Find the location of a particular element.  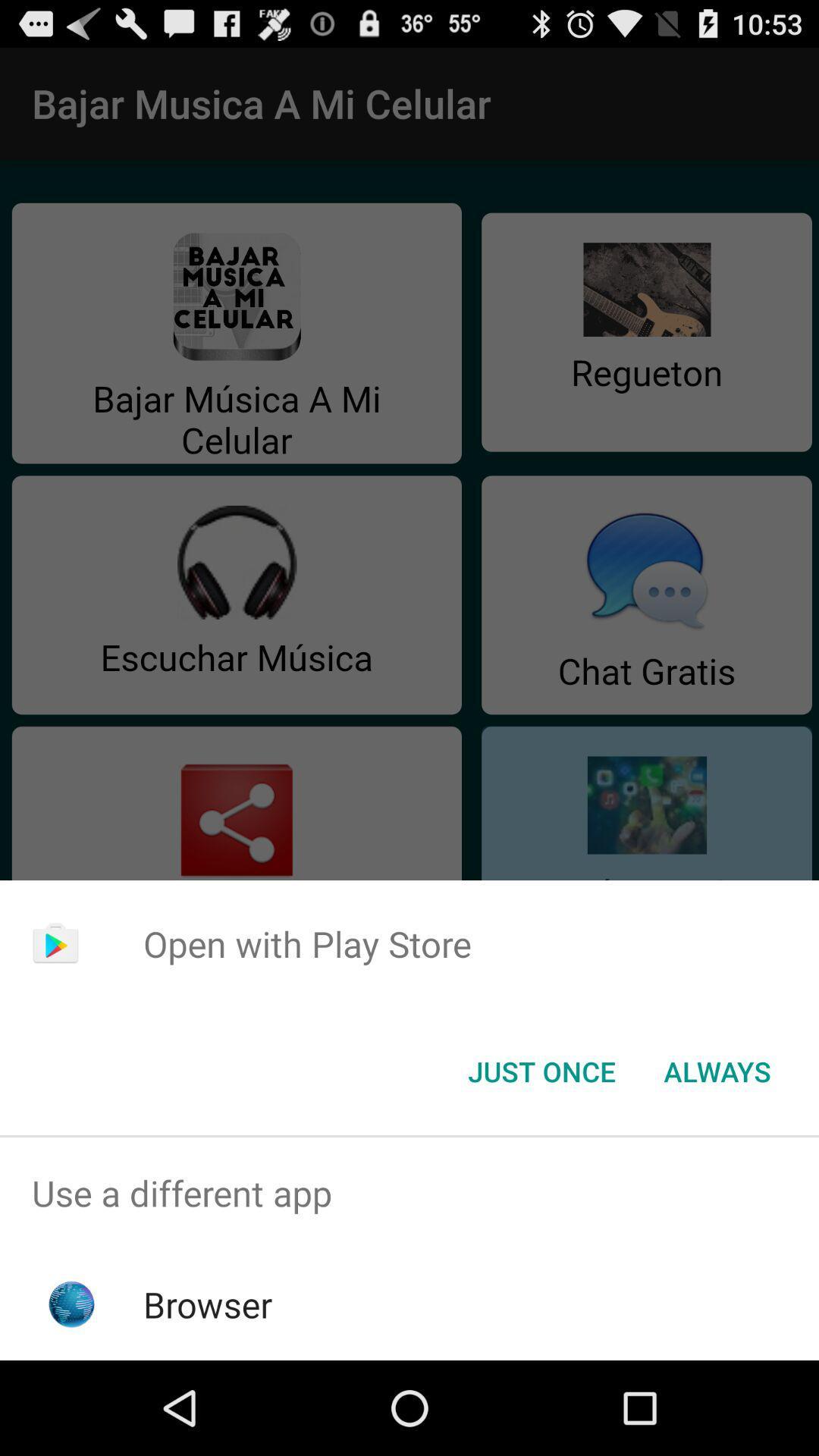

button to the left of always item is located at coordinates (541, 1070).